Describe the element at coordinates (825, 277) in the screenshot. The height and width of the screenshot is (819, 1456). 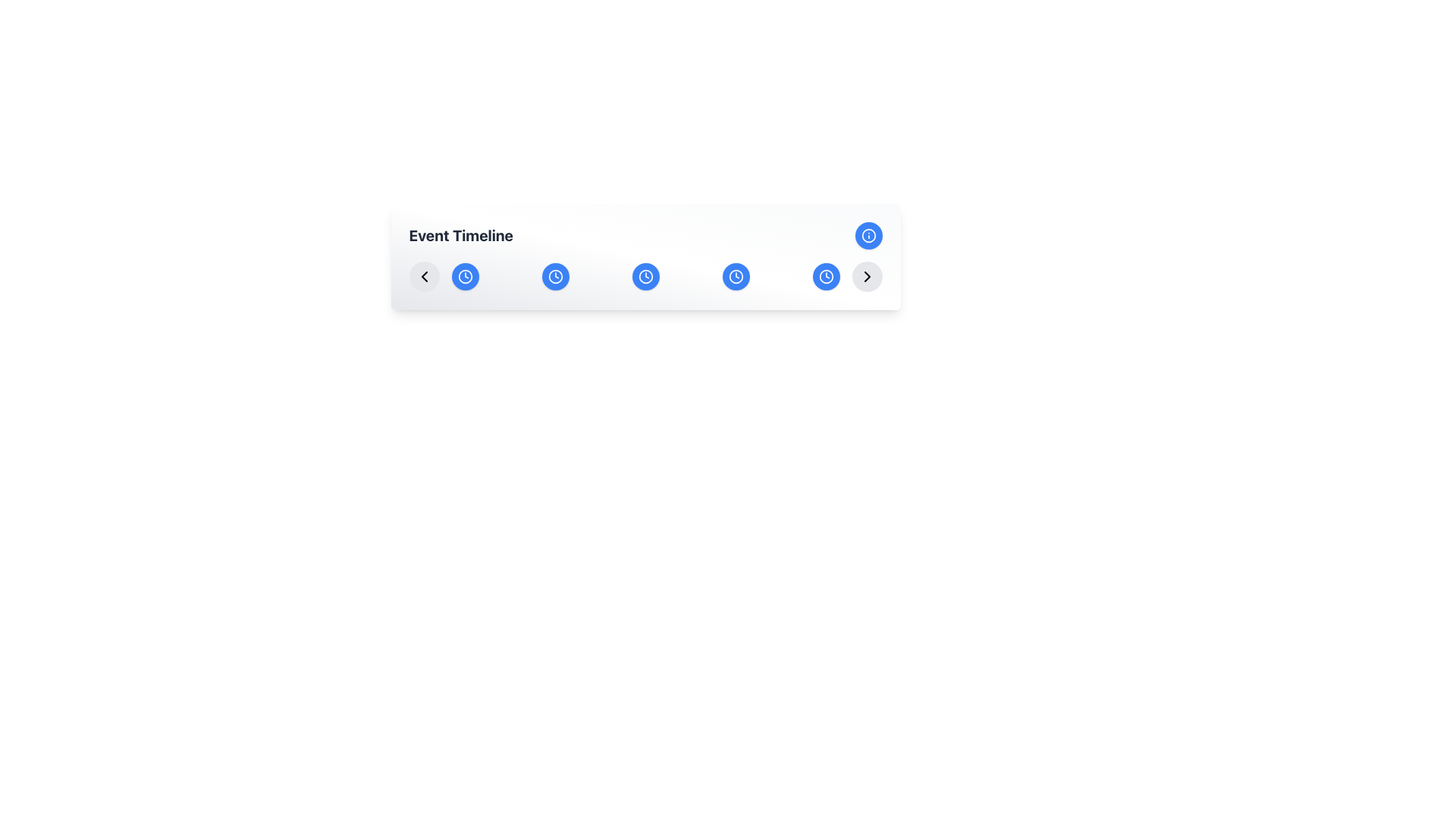
I see `the seventh circular icon in the timeline that symbolizes a specific time or event, which is surrounded by similar blue icons on its left and a right arrow button on its right` at that location.